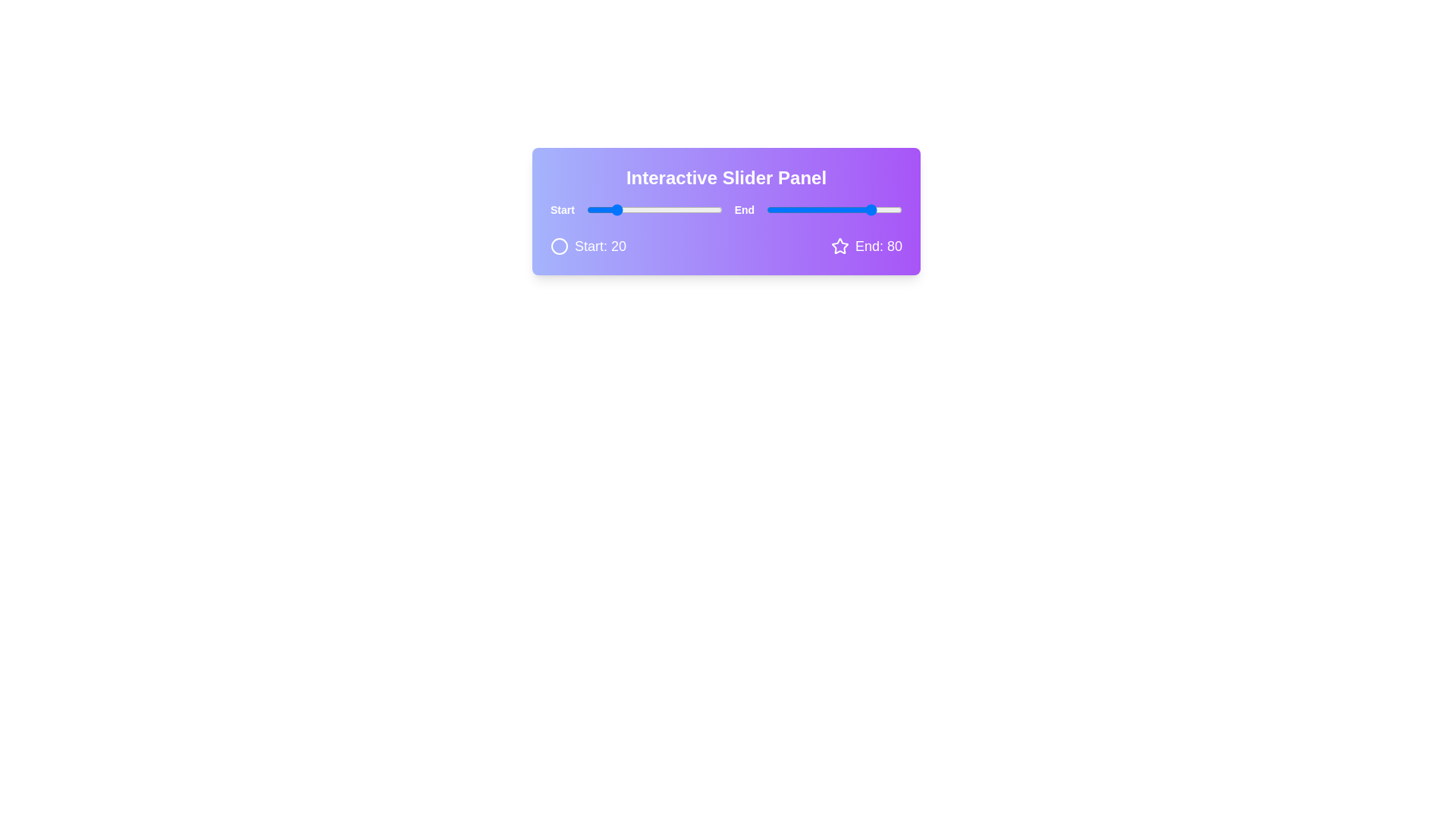 The width and height of the screenshot is (1456, 819). Describe the element at coordinates (631, 210) in the screenshot. I see `the start slider` at that location.